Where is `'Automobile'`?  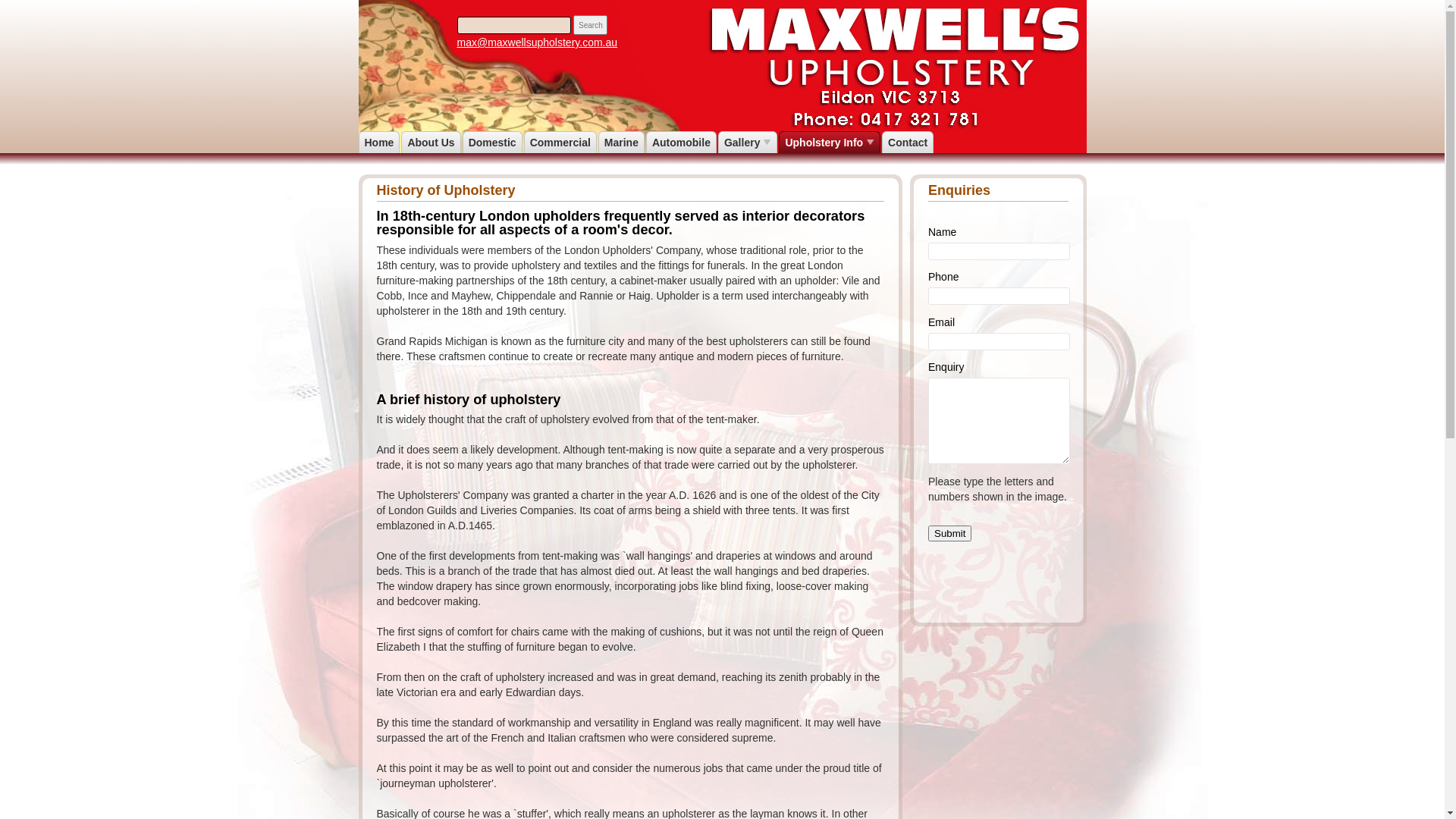 'Automobile' is located at coordinates (680, 143).